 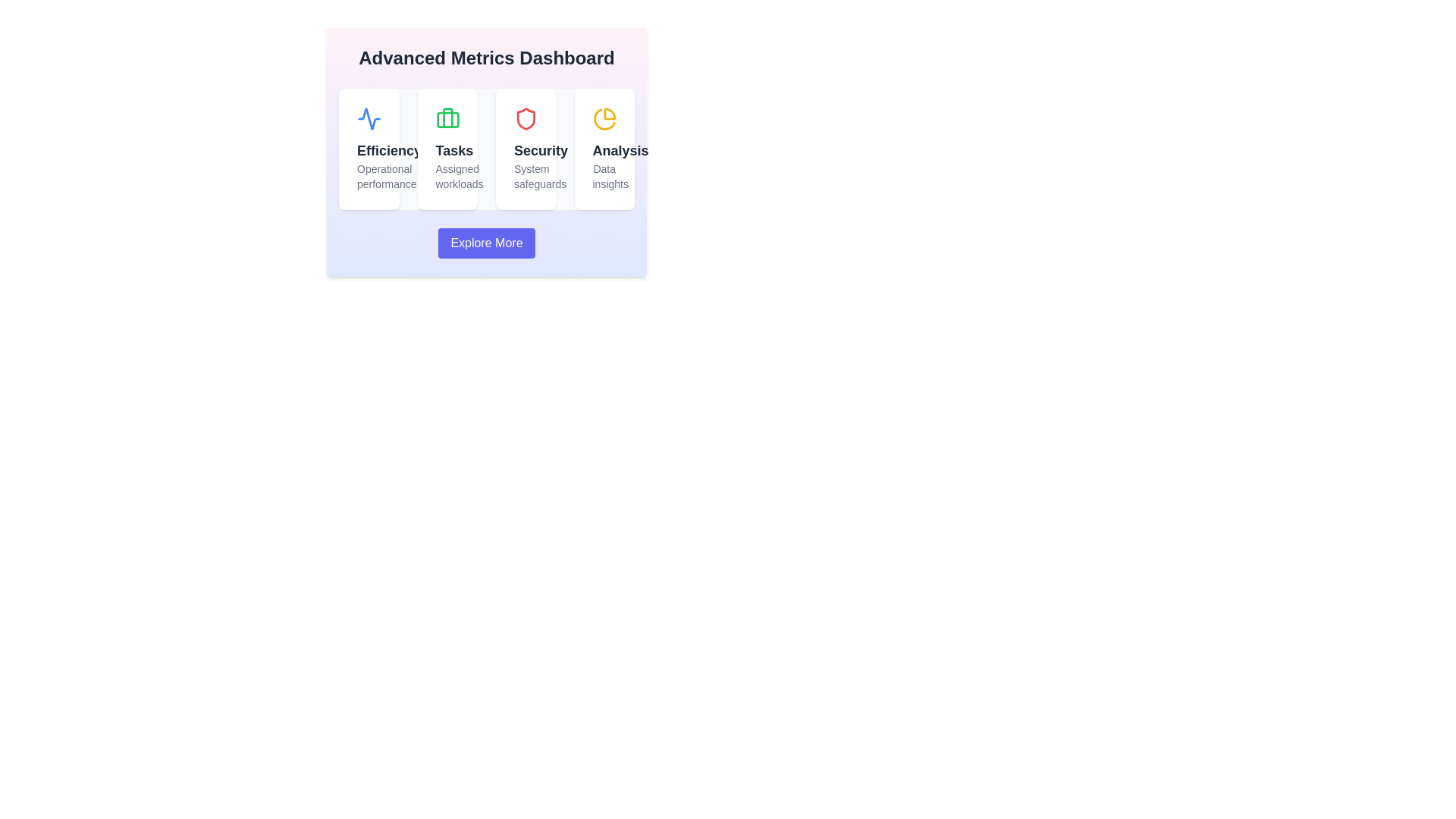 What do you see at coordinates (369, 175) in the screenshot?
I see `the text label that elaborates on the main title 'Efficiency', located below the bold title within a white card with rounded corners` at bounding box center [369, 175].